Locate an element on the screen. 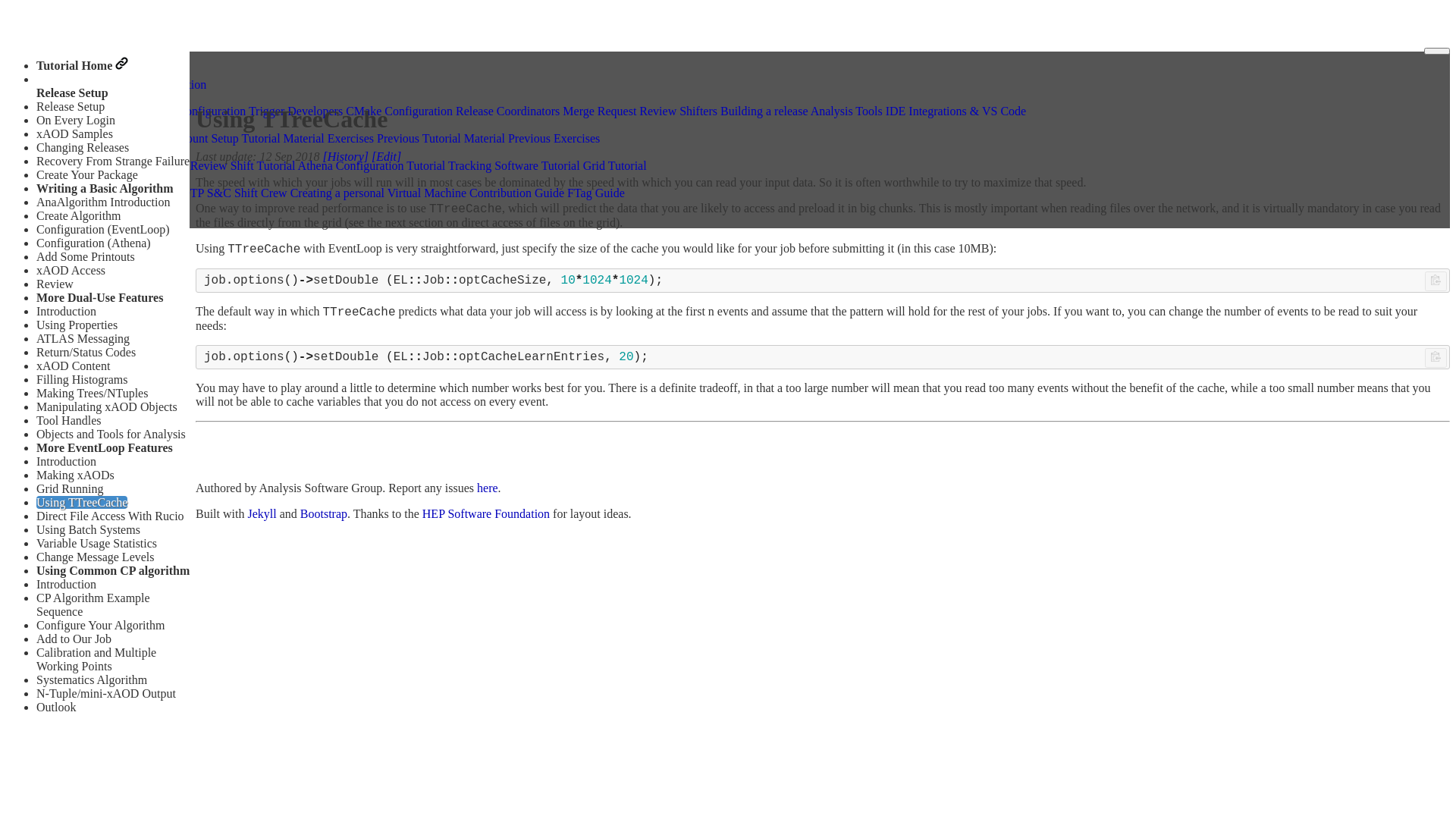 The width and height of the screenshot is (1456, 819). 'CMake Configuration' is located at coordinates (399, 110).